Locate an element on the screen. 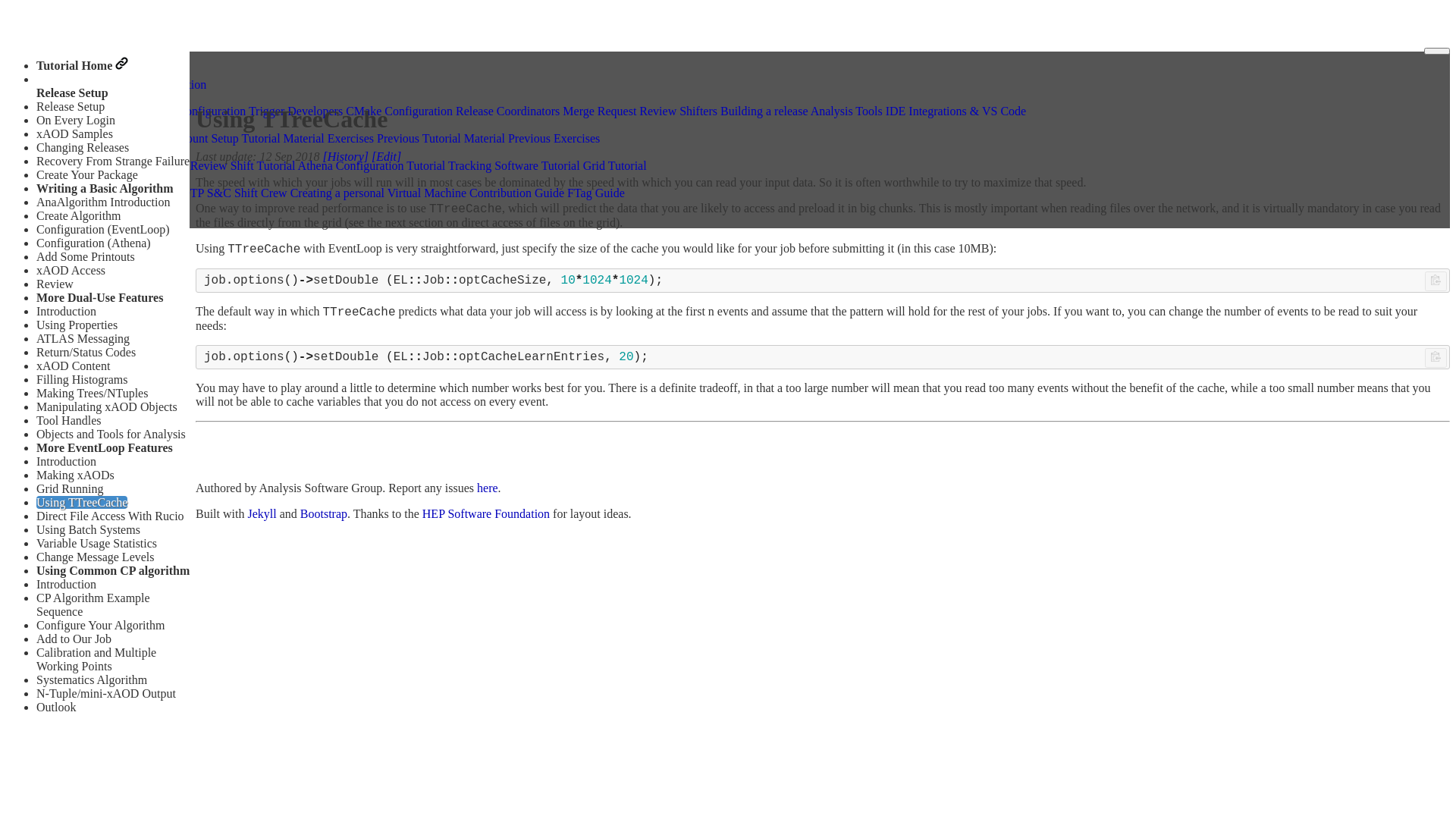 The width and height of the screenshot is (1456, 819). 'CMake Configuration' is located at coordinates (399, 110).